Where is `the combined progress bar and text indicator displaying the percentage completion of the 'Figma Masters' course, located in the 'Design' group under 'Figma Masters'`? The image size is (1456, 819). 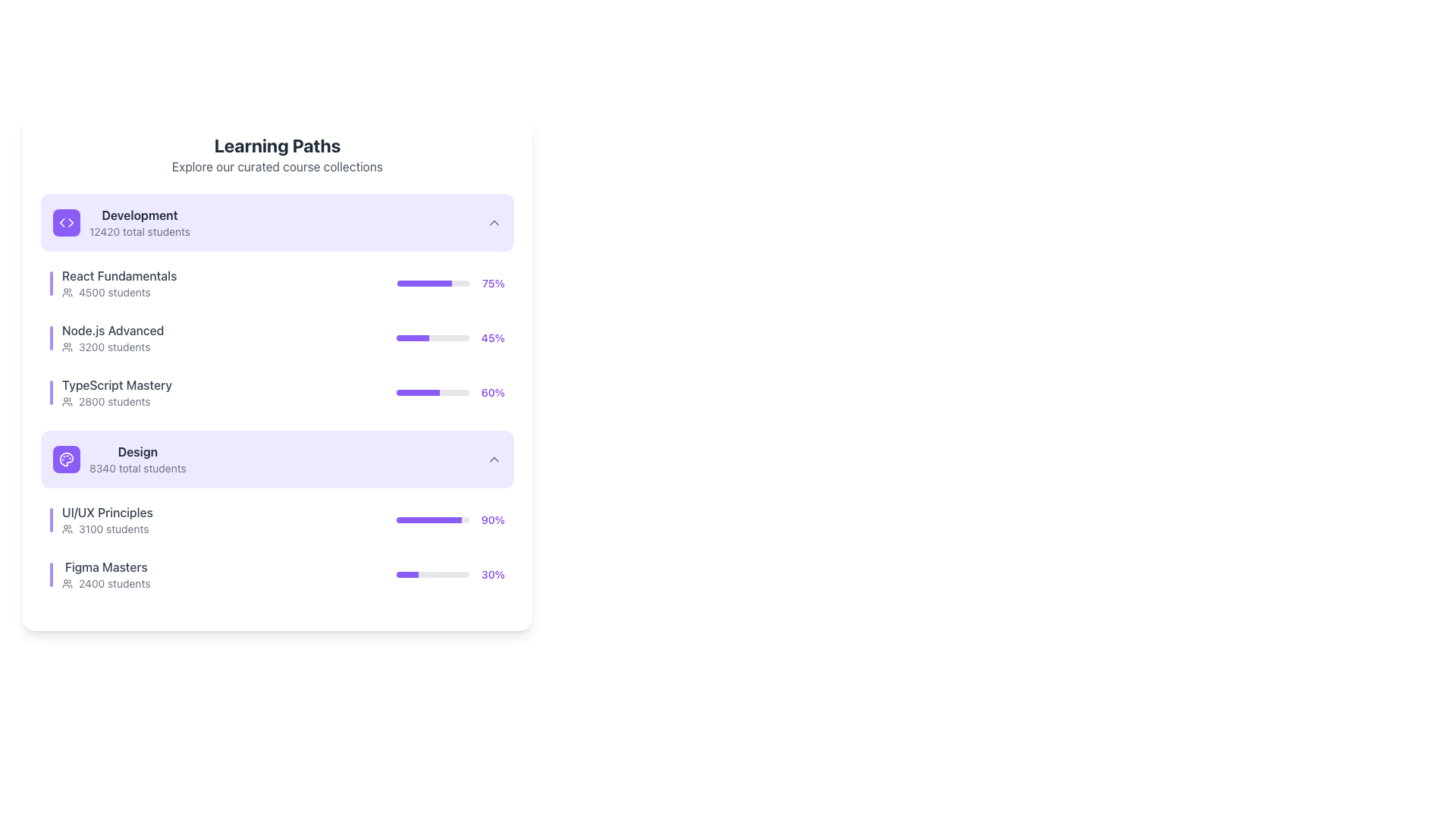
the combined progress bar and text indicator displaying the percentage completion of the 'Figma Masters' course, located in the 'Design' group under 'Figma Masters' is located at coordinates (450, 575).